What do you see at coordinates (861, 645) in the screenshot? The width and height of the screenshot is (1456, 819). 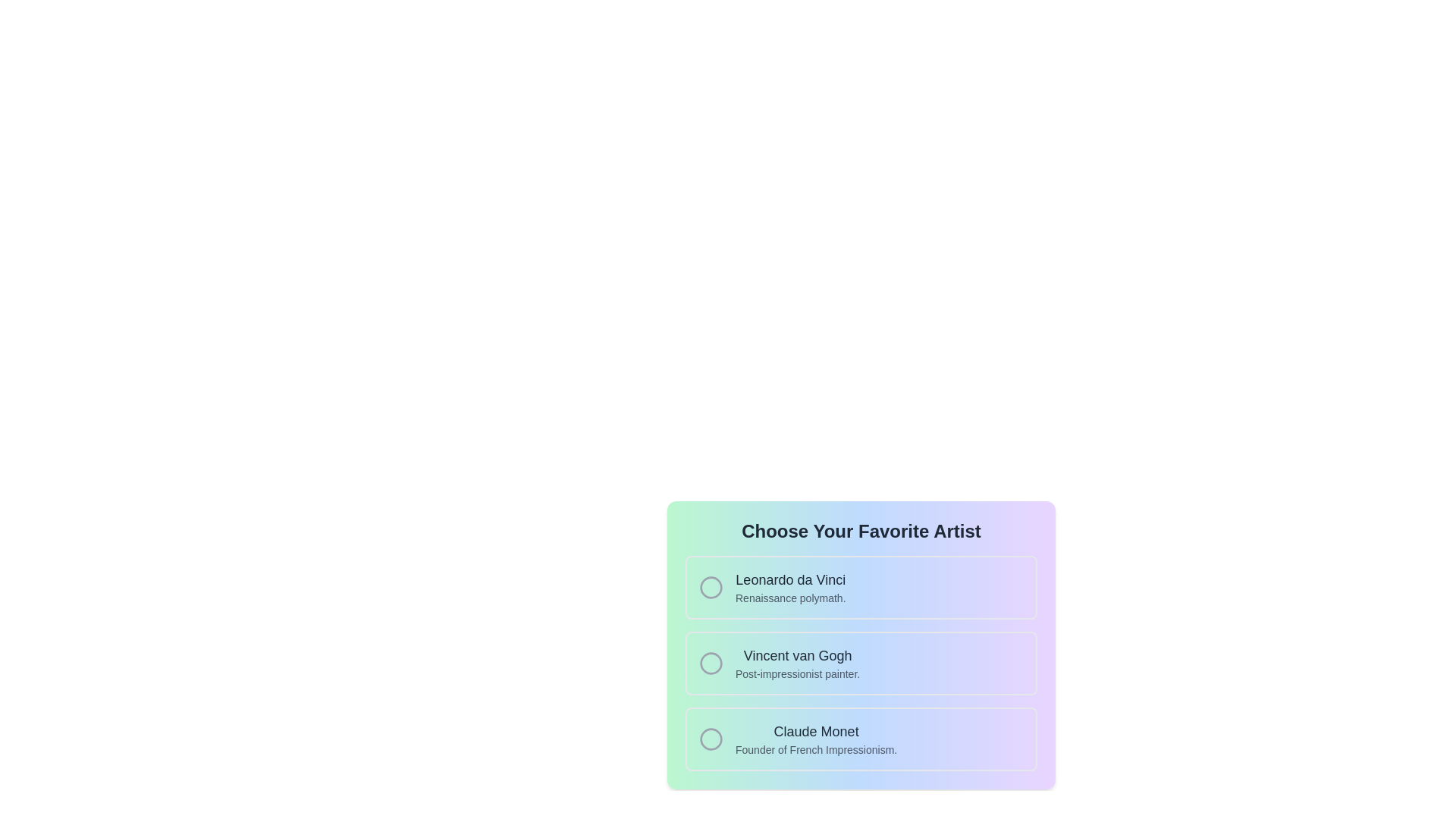 I see `the radio button in the selection group` at bounding box center [861, 645].